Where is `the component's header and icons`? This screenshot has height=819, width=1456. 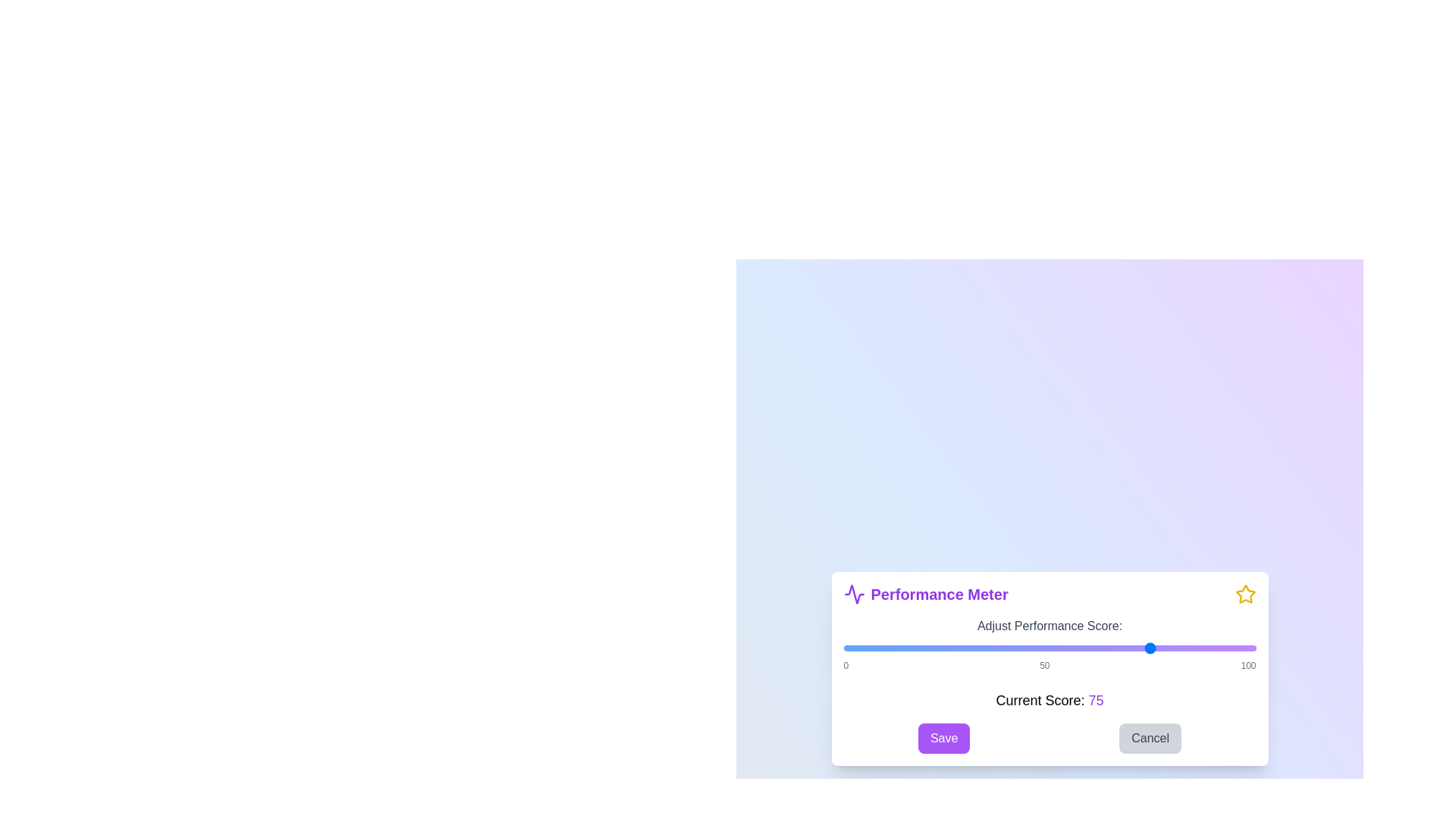 the component's header and icons is located at coordinates (1049, 593).